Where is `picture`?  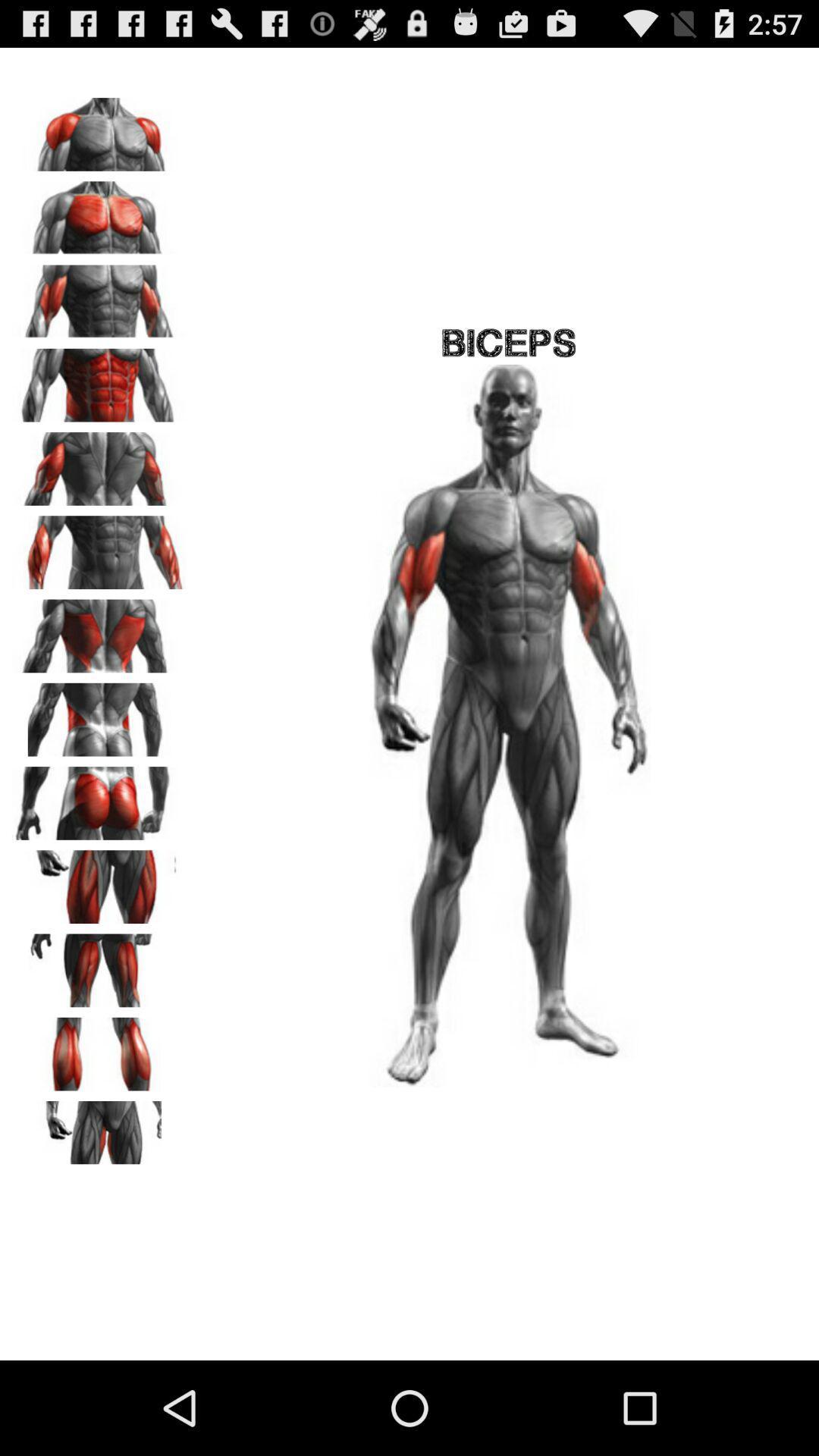 picture is located at coordinates (99, 212).